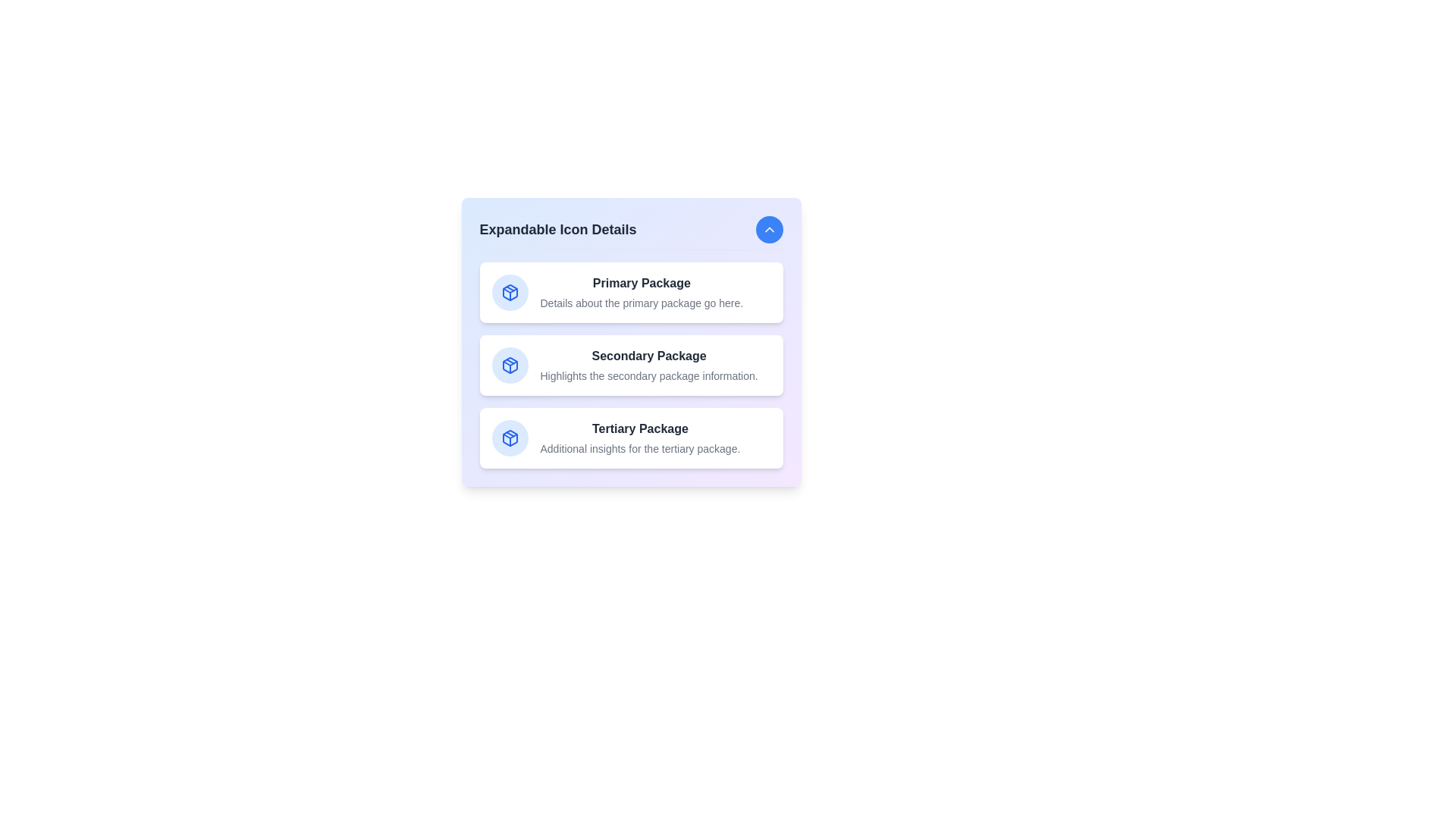  Describe the element at coordinates (510, 292) in the screenshot. I see `the Icon representing the 'Primary Package' section, which is located in the top-left corner of the first item in a vertical list within a card interface, adjacent to the 'Primary Package' text` at that location.